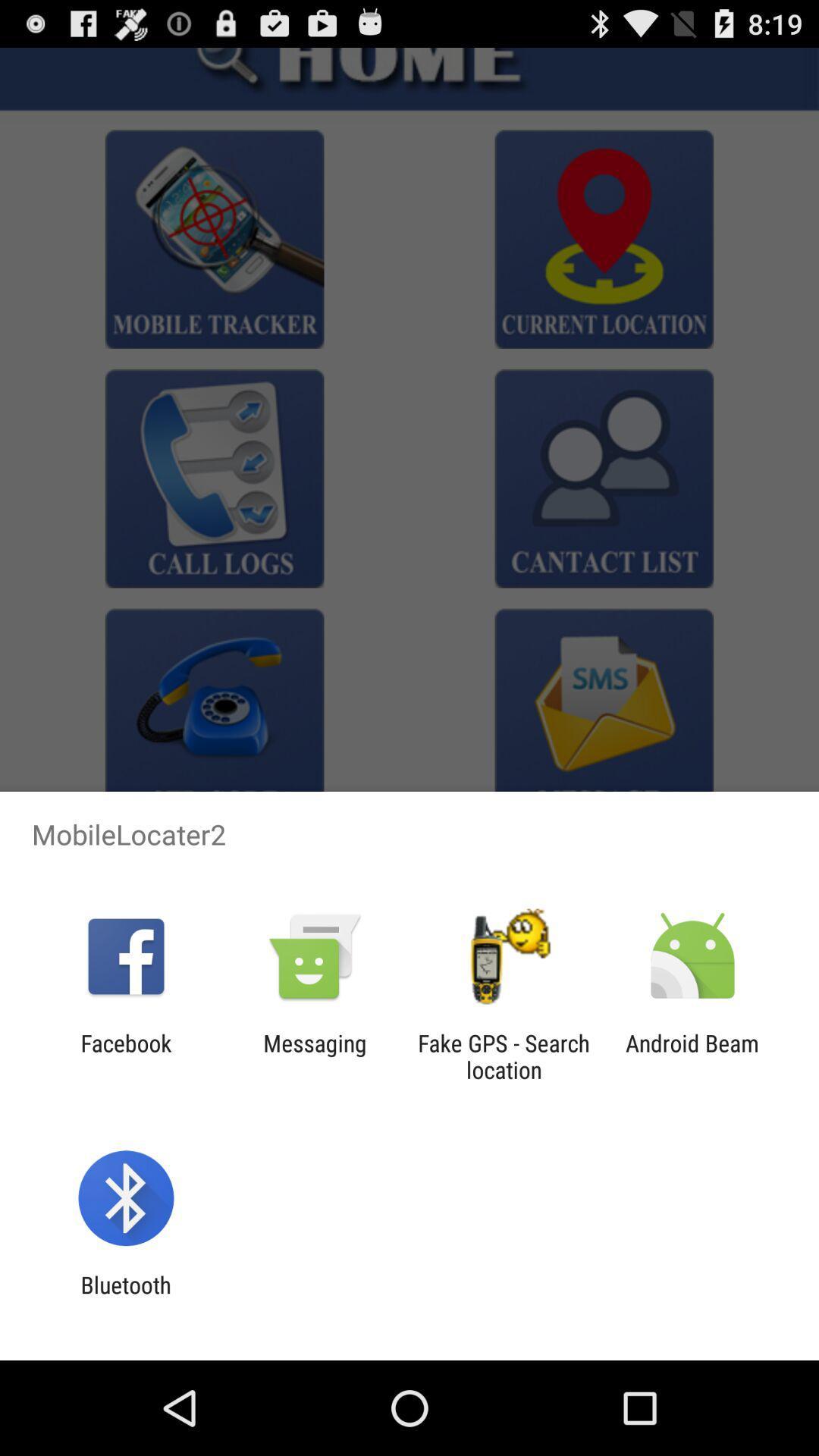 The height and width of the screenshot is (1456, 819). What do you see at coordinates (692, 1056) in the screenshot?
I see `android beam icon` at bounding box center [692, 1056].